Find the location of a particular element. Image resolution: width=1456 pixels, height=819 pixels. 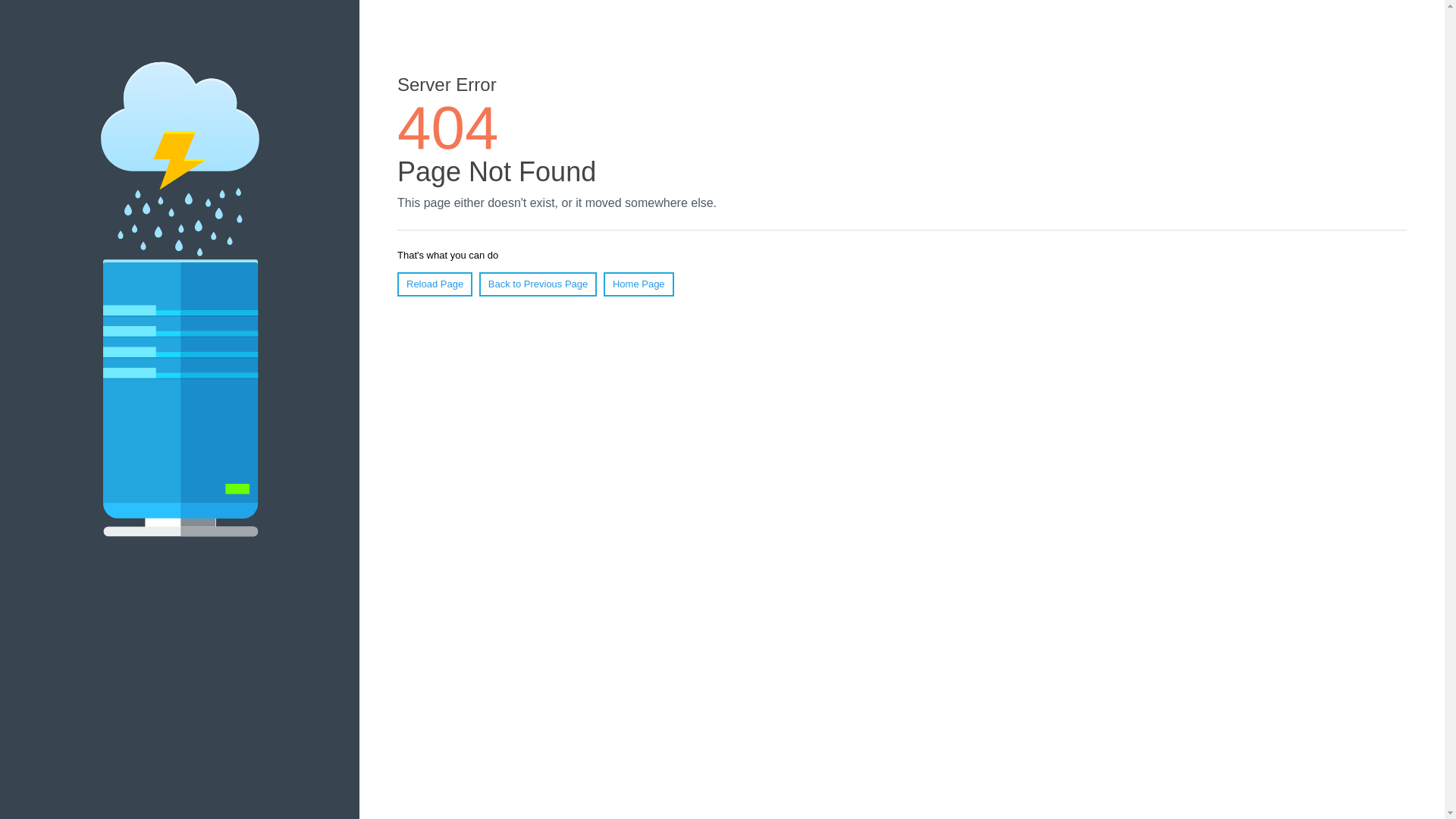

'Home Page' is located at coordinates (639, 284).